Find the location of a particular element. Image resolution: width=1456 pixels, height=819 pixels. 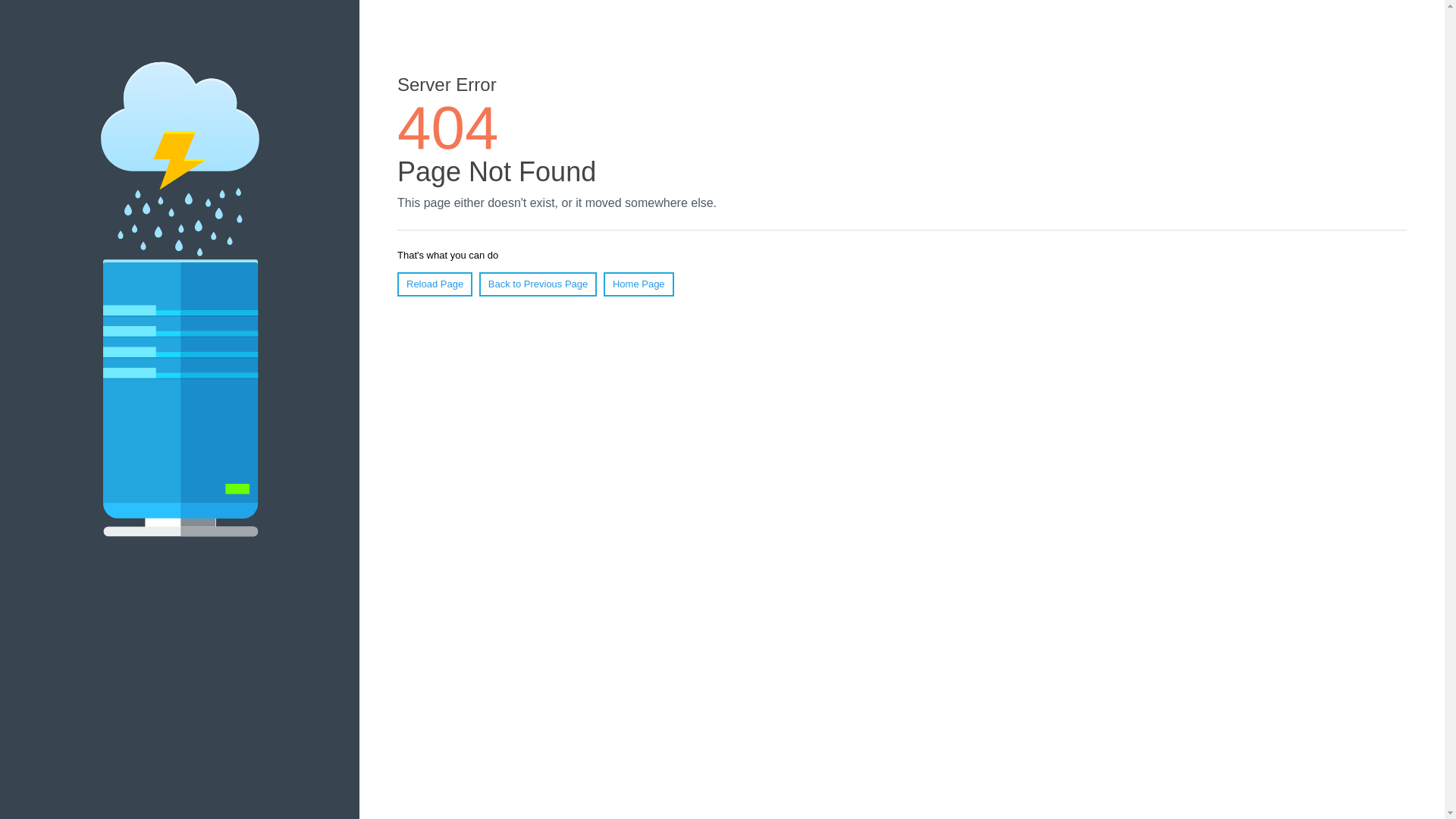

'Home Page' is located at coordinates (639, 284).